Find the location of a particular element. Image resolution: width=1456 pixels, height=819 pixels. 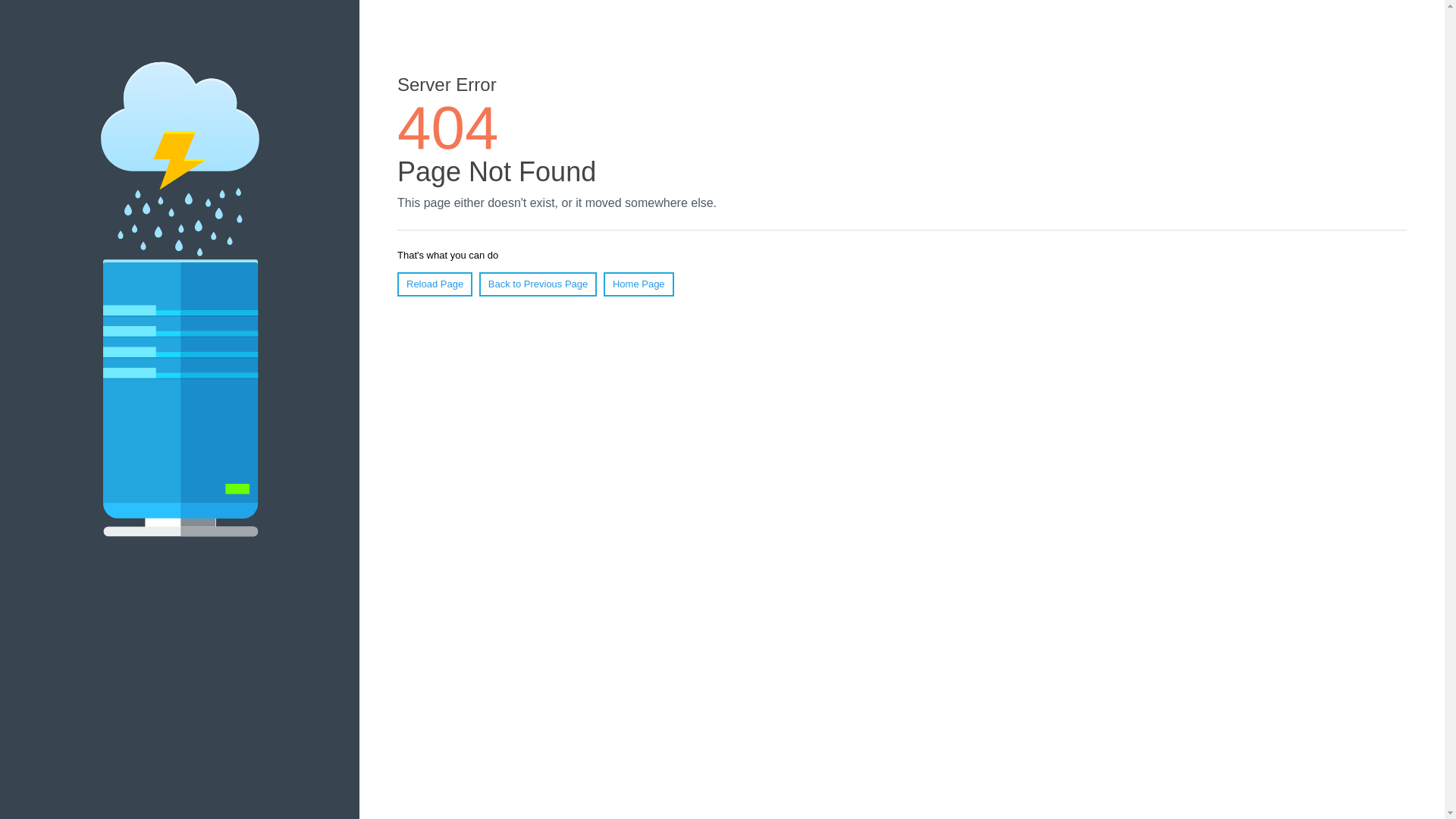

'Home Page' is located at coordinates (639, 284).